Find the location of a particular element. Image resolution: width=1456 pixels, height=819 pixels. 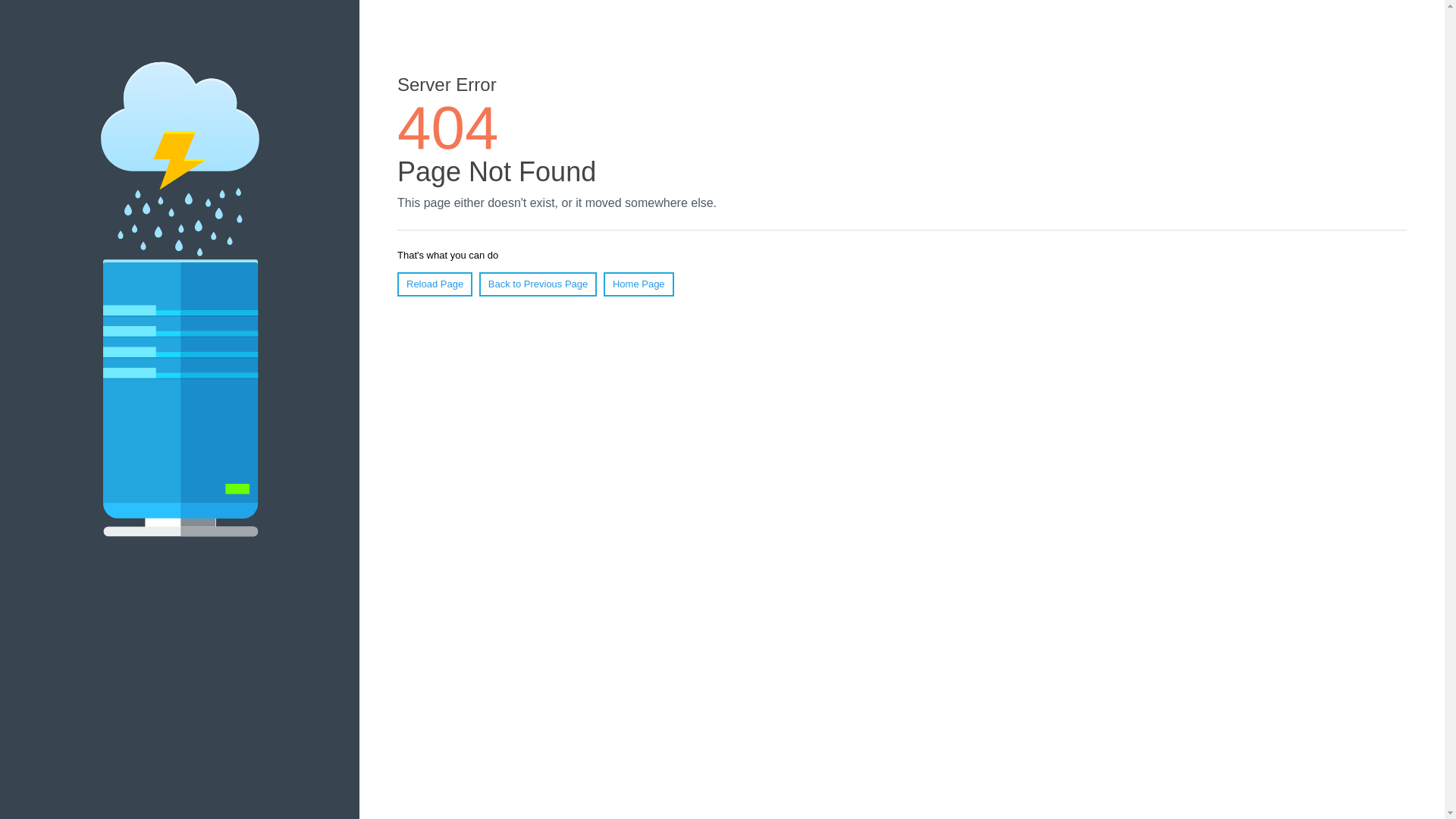

'Home Page' is located at coordinates (639, 284).